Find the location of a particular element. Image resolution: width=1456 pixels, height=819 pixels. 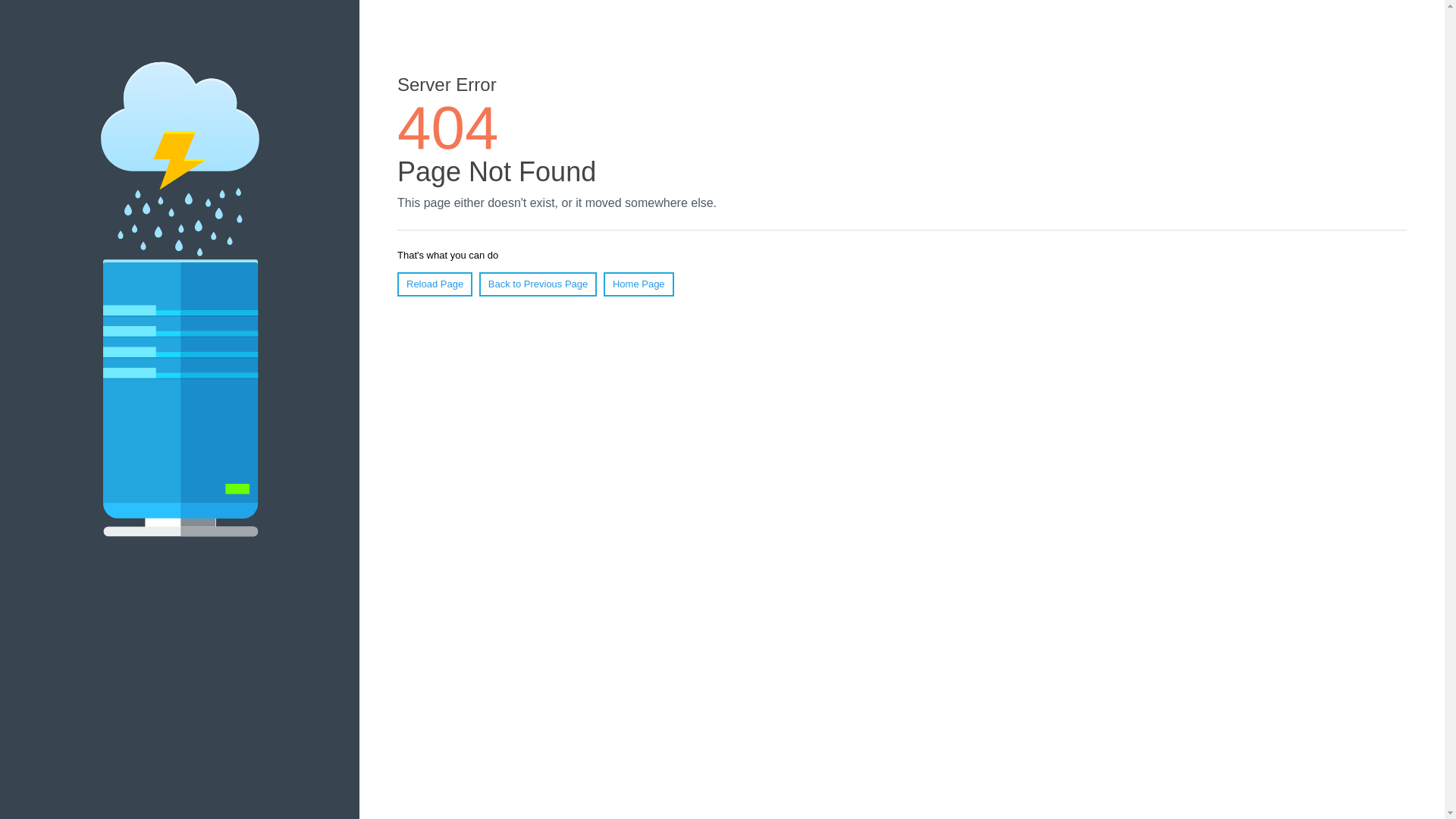

'Home Page' is located at coordinates (639, 284).